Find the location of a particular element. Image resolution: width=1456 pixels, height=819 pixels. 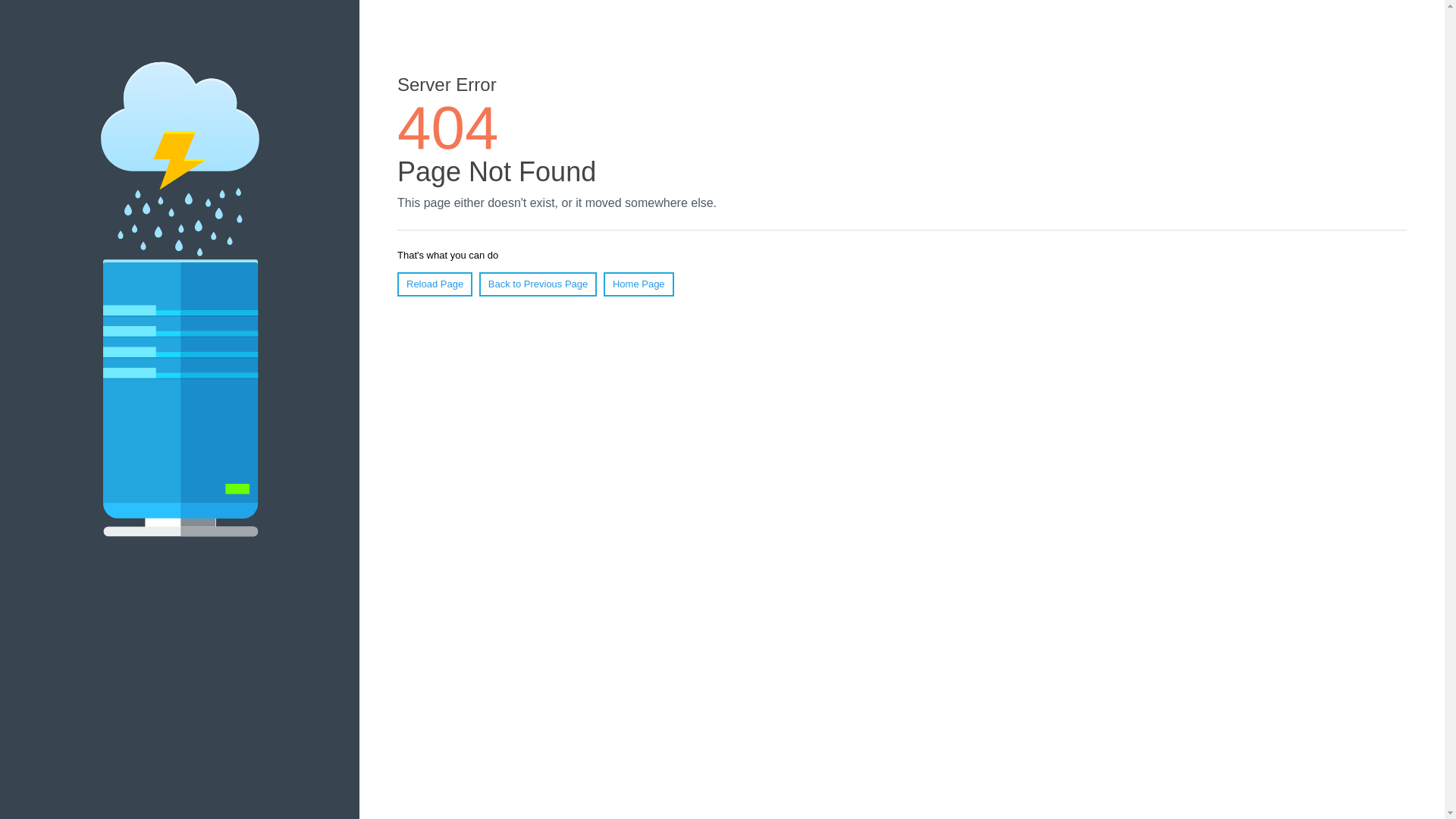

'Home Page' is located at coordinates (639, 284).